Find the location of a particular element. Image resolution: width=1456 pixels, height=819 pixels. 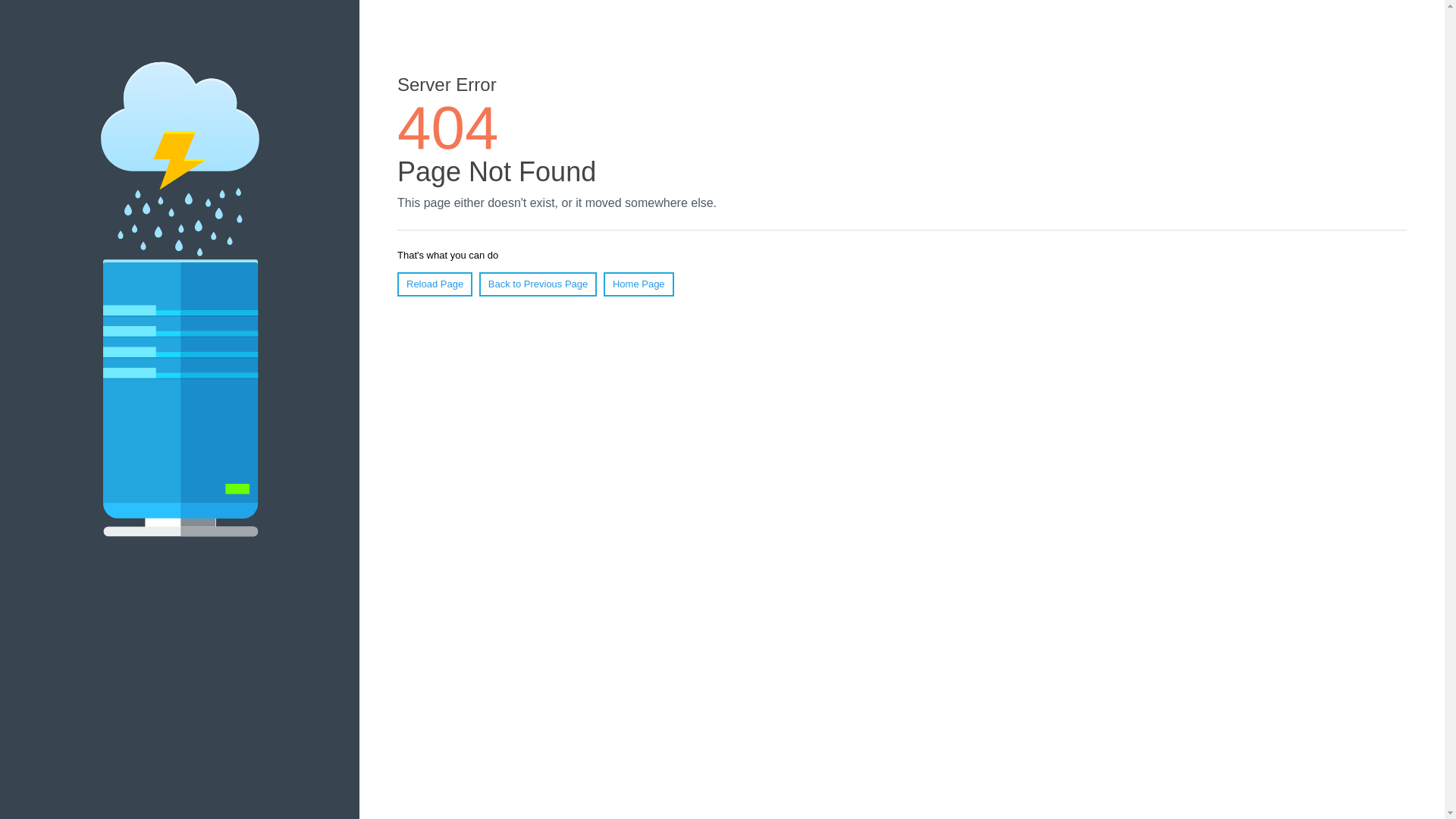

'Home Page' is located at coordinates (639, 284).